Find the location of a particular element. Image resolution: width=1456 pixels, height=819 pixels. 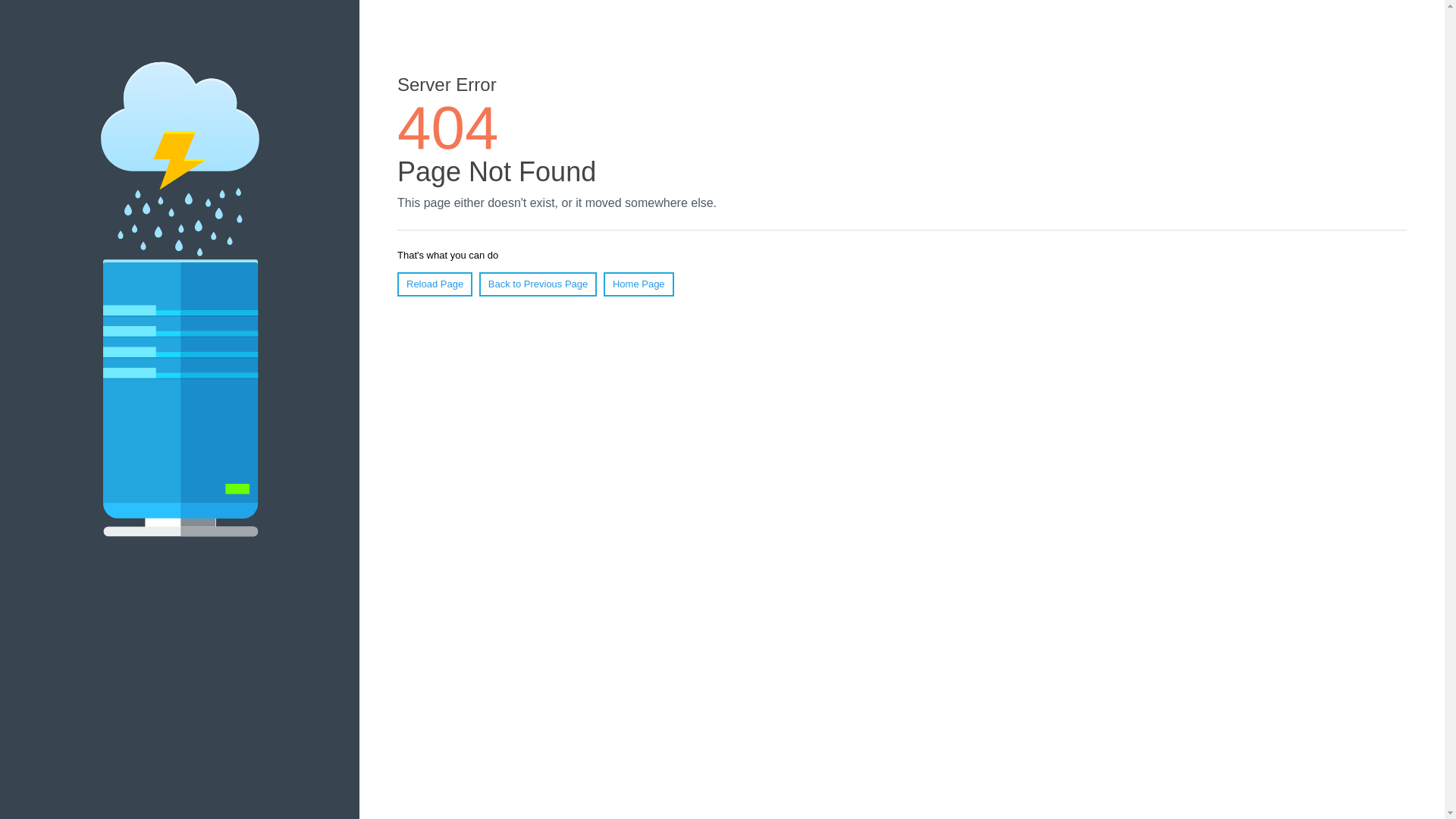

'Home Page' is located at coordinates (639, 284).